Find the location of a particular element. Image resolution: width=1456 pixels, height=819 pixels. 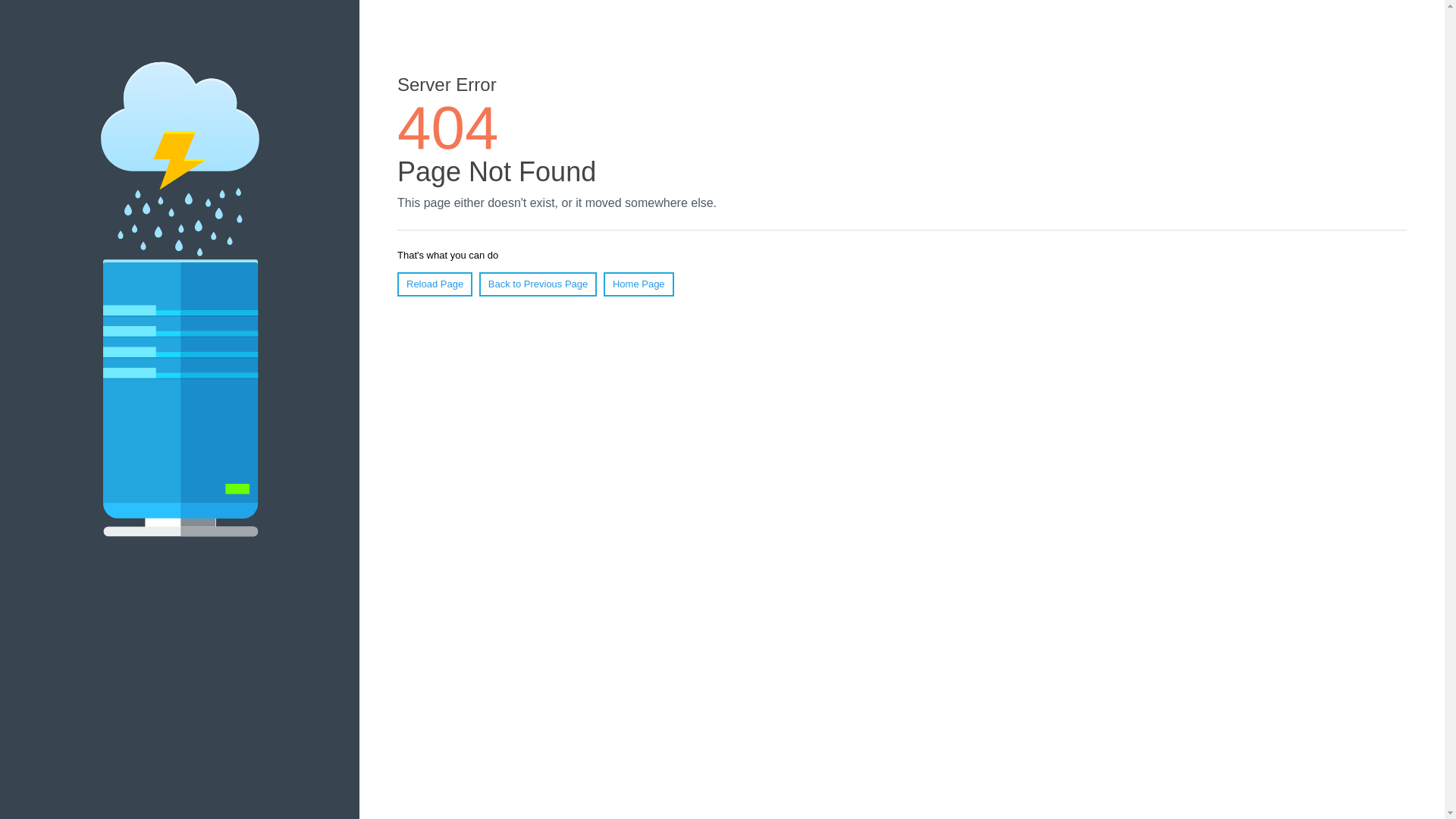

'Home Page' is located at coordinates (639, 284).